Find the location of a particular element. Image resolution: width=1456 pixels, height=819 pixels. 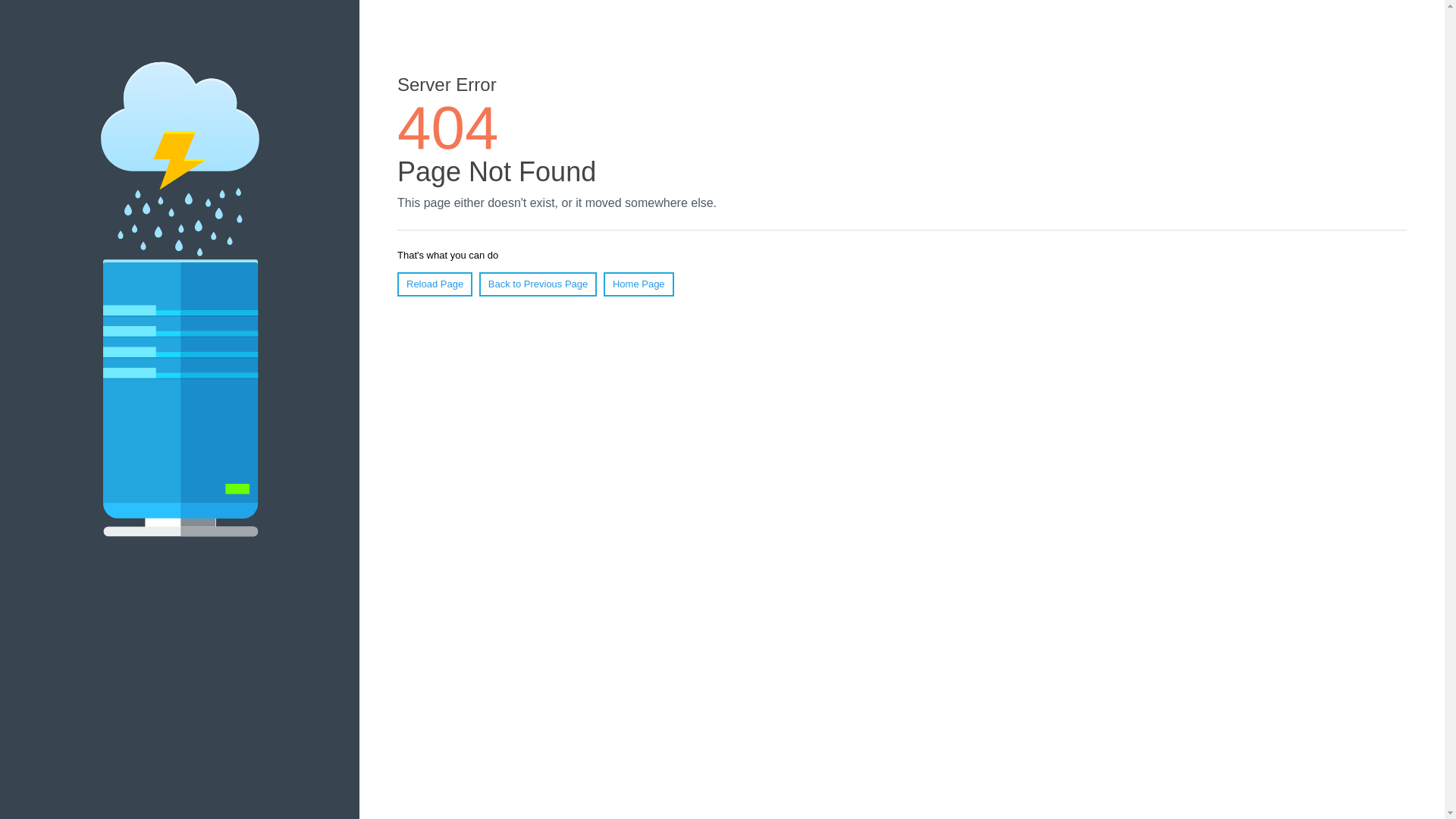

'Home Page' is located at coordinates (639, 284).